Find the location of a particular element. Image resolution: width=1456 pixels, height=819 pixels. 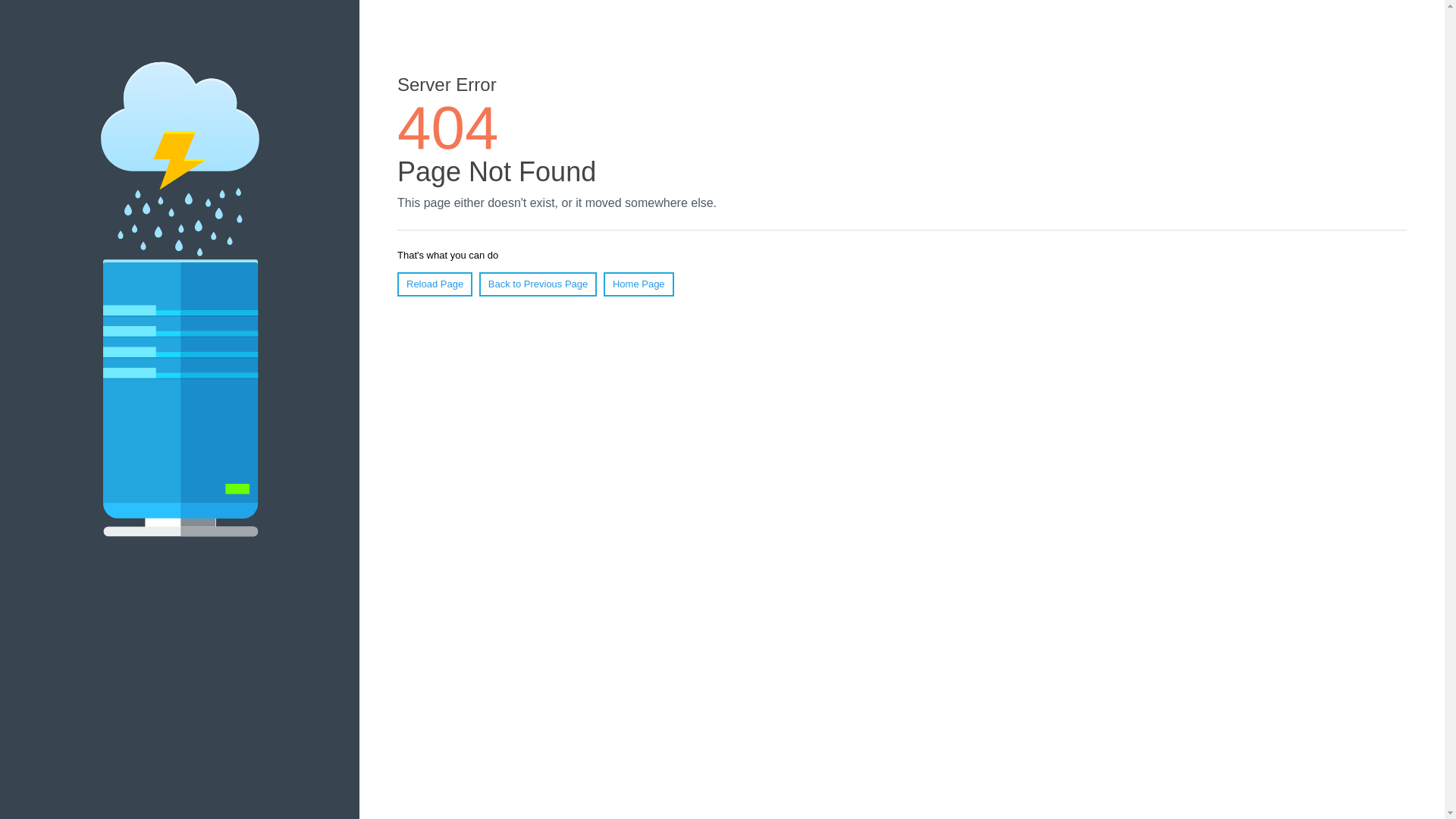

'Home Page' is located at coordinates (639, 284).